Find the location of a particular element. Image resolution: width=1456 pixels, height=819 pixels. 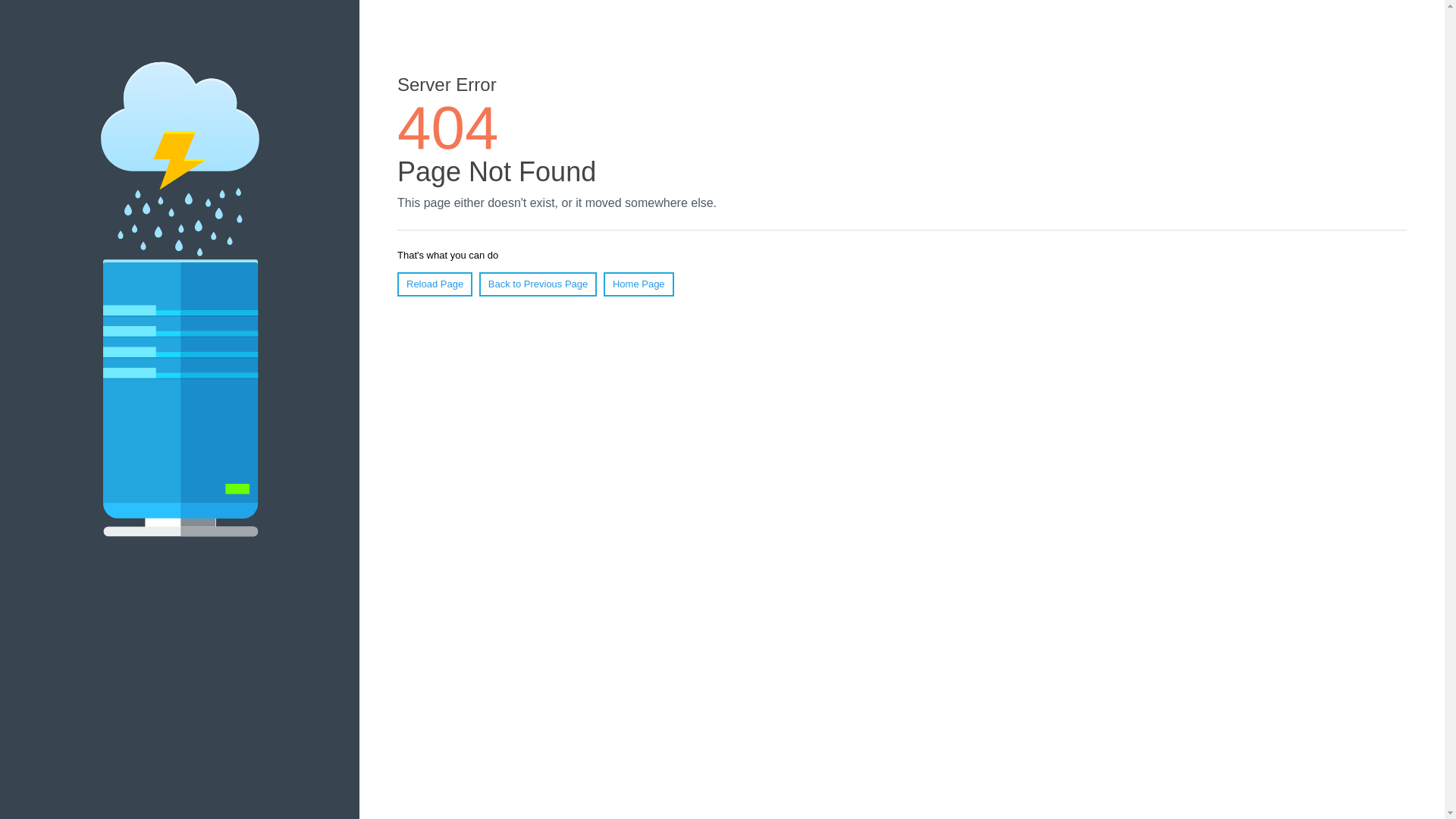

'Home Page' is located at coordinates (639, 284).